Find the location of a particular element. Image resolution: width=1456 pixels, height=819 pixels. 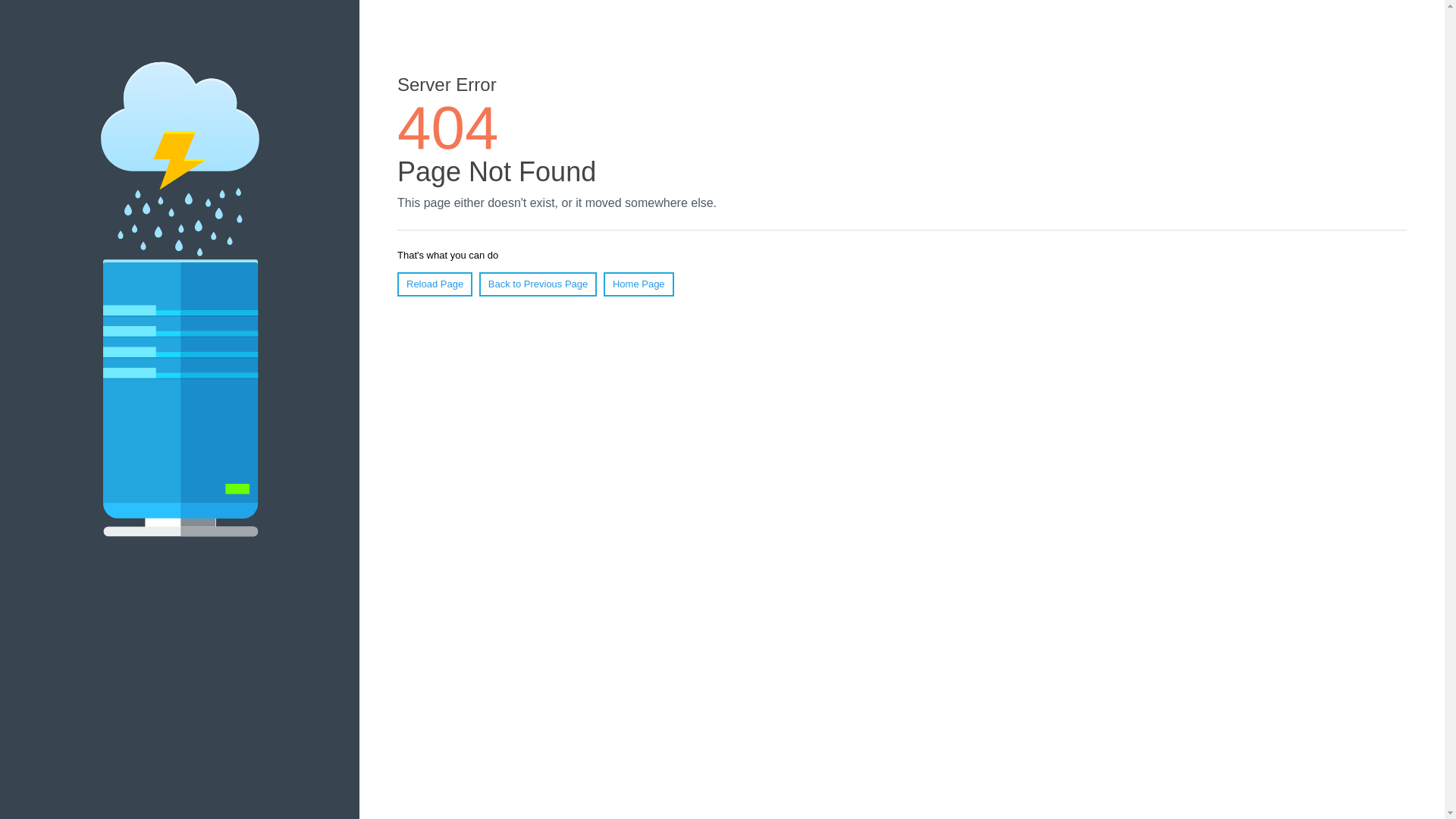

'Home Page' is located at coordinates (639, 284).